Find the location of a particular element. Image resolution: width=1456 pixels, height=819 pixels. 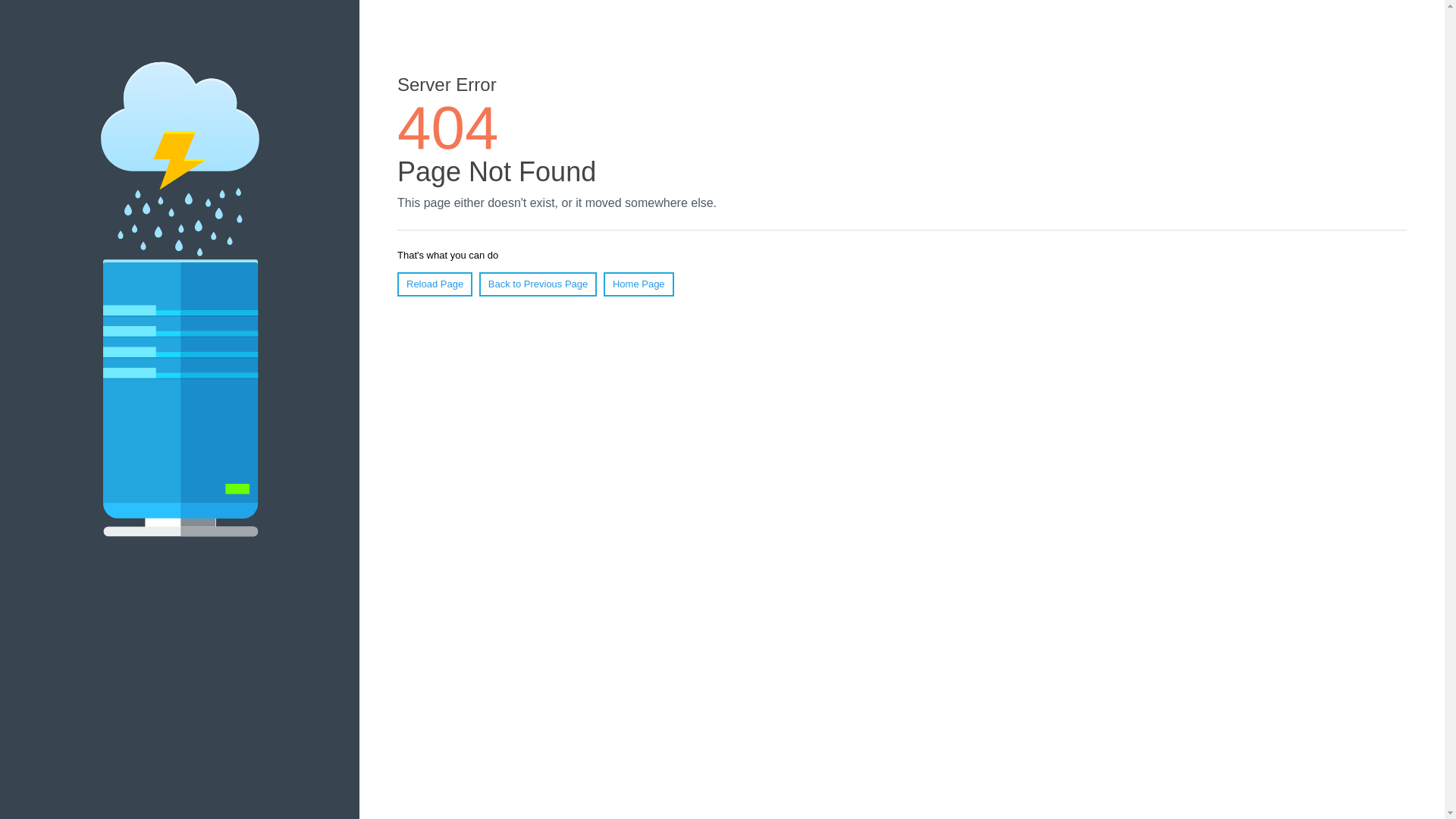

'Home Page' is located at coordinates (639, 284).